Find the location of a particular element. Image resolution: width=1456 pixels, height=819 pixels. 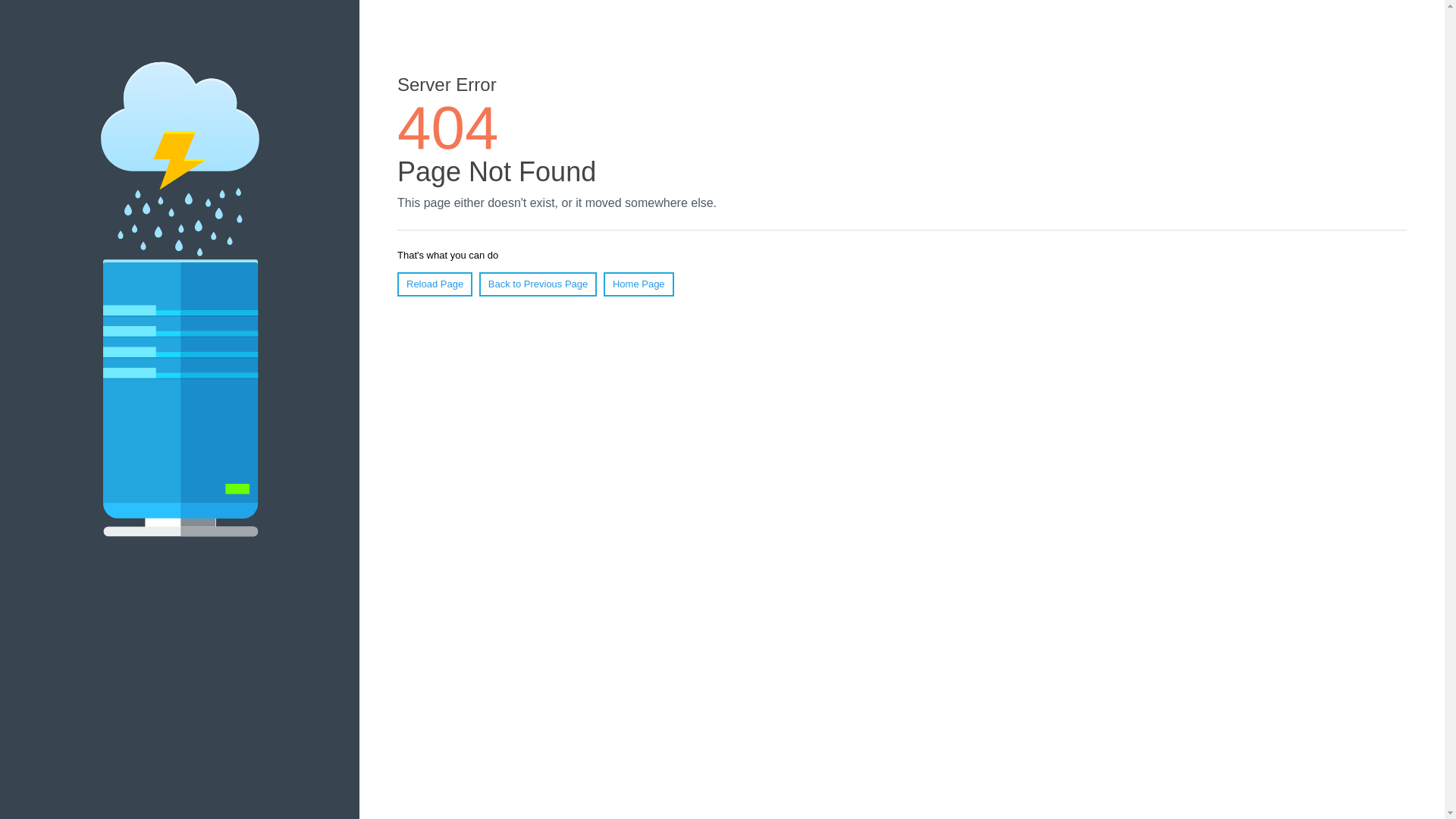

'Home Page' is located at coordinates (639, 284).